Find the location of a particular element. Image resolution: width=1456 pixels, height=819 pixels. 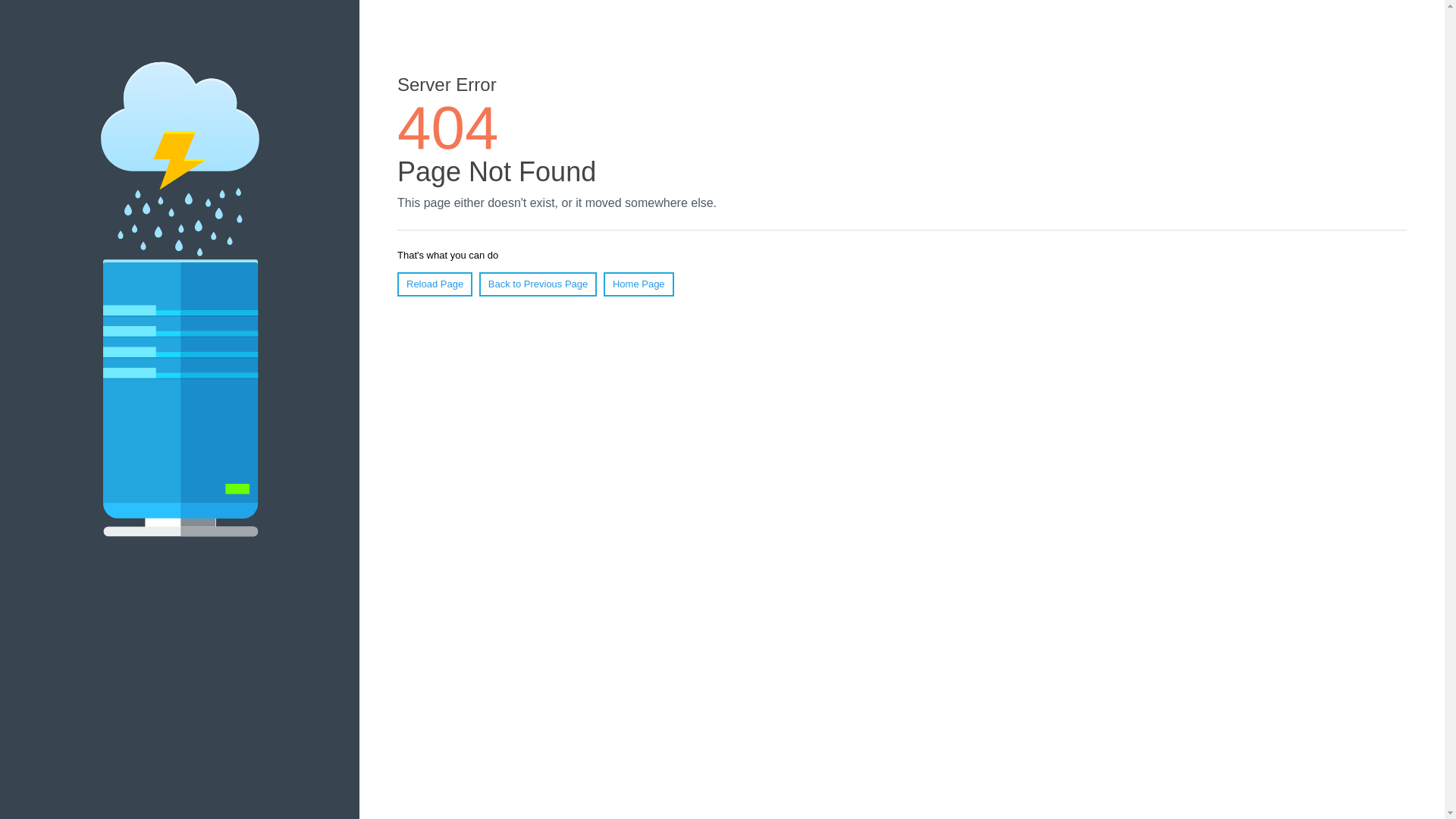

'Home Page' is located at coordinates (639, 284).